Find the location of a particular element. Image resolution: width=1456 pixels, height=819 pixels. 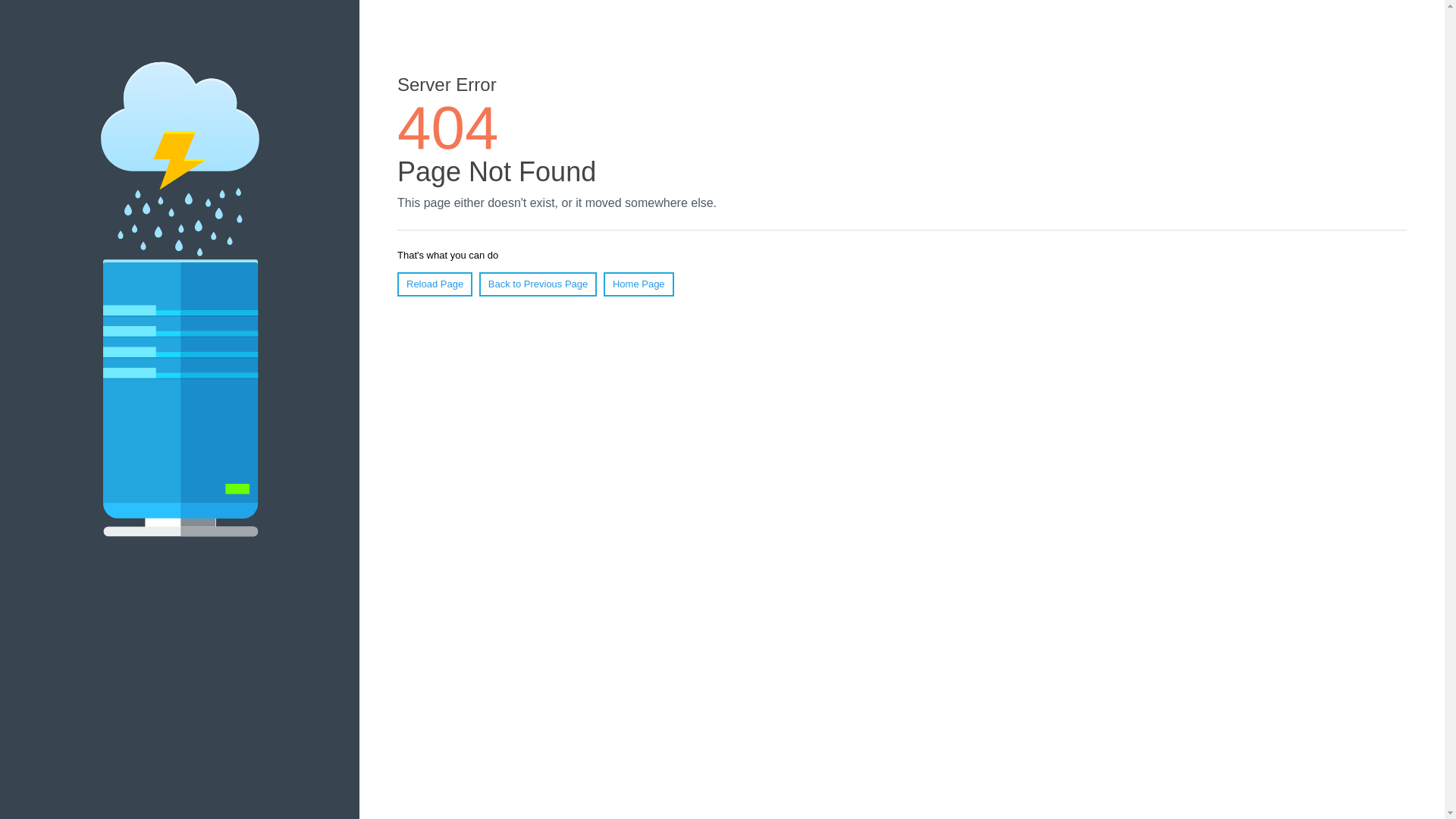

'Home Page' is located at coordinates (639, 284).